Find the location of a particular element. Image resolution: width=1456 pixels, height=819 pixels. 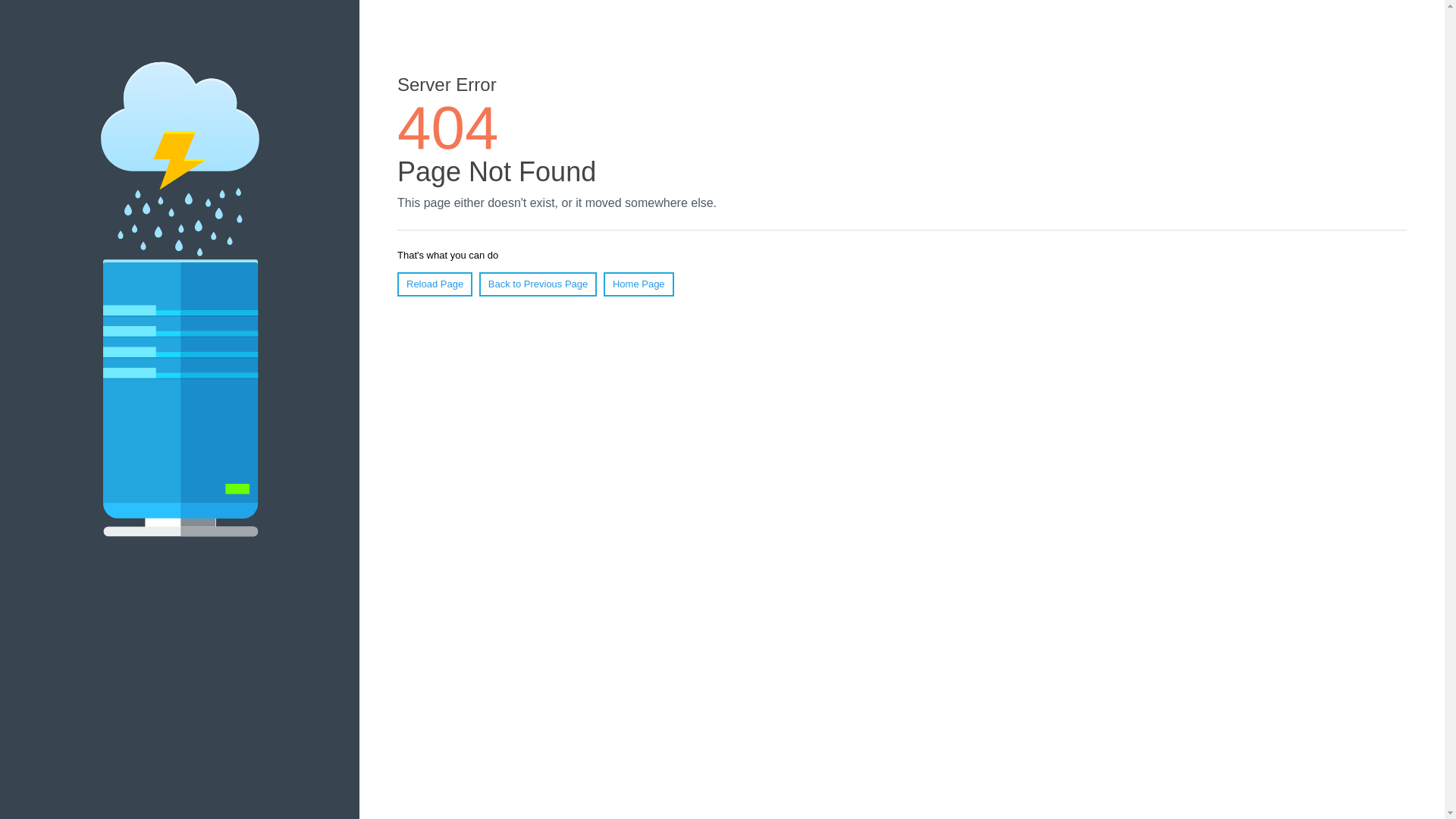

'Home Page' is located at coordinates (639, 284).